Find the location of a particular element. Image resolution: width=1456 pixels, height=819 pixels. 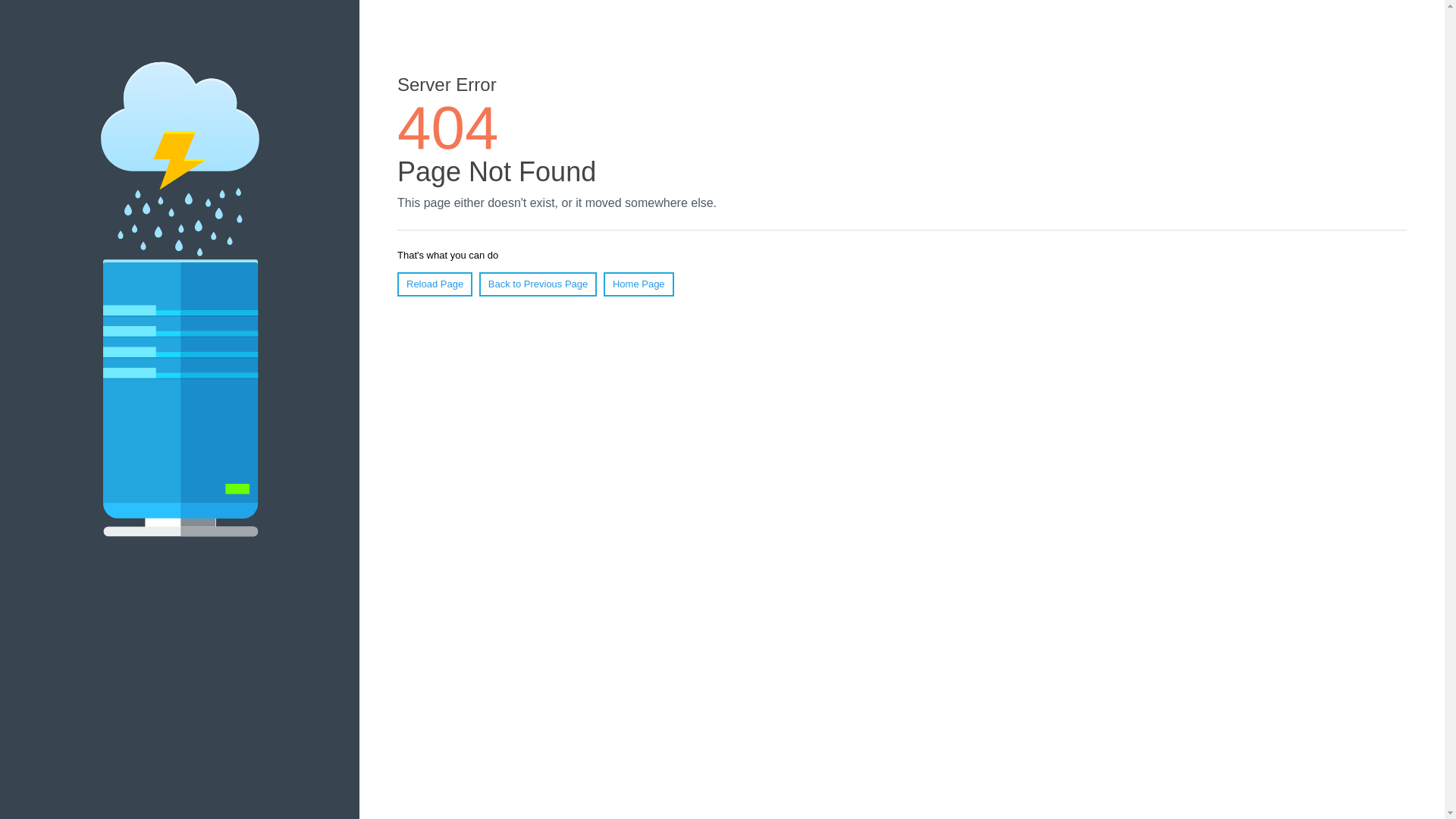

'Home Page' is located at coordinates (639, 284).